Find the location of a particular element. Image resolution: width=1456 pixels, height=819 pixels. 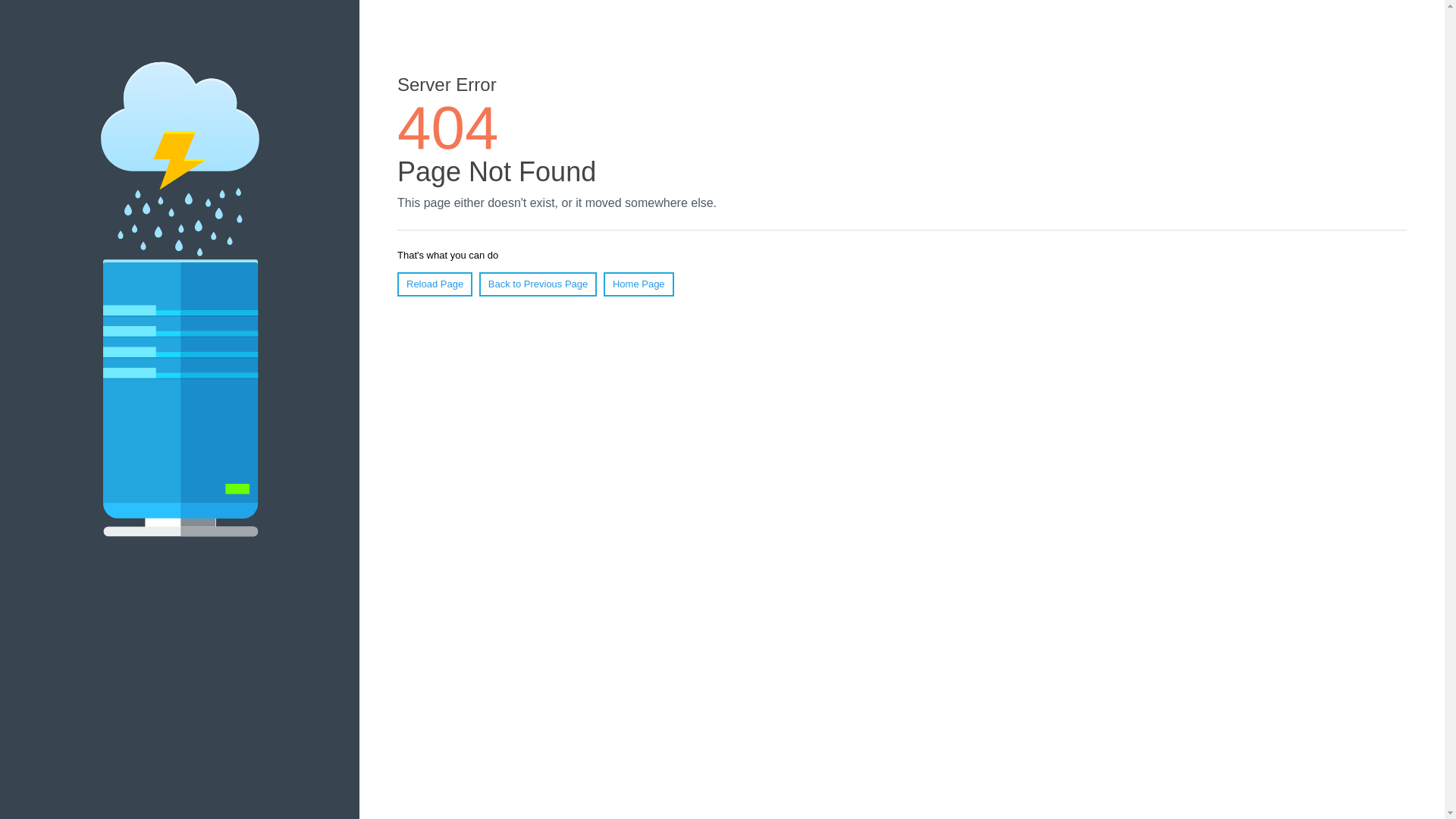

'Home Page' is located at coordinates (639, 284).